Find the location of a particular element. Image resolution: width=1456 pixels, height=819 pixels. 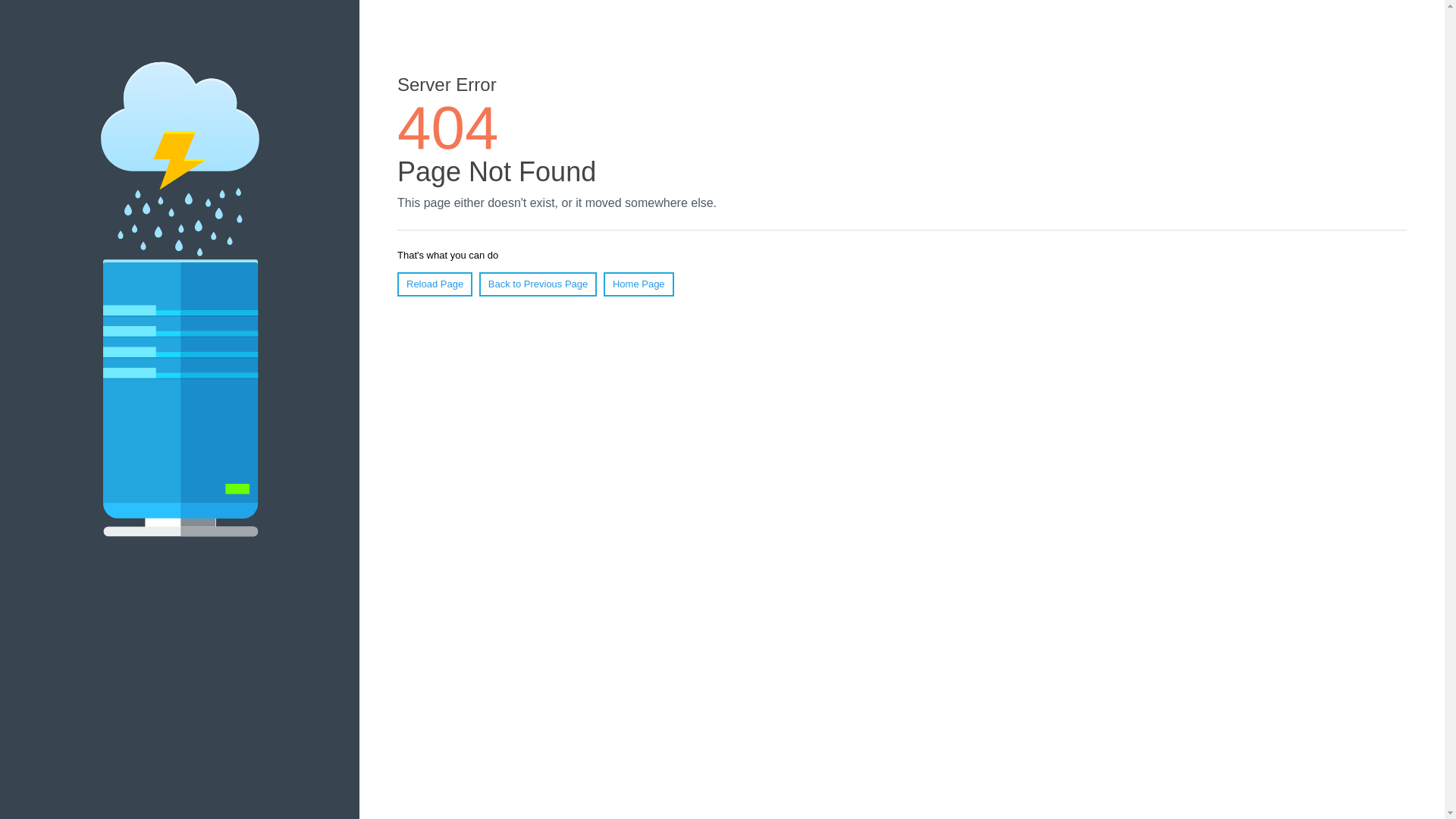

'Home Page' is located at coordinates (639, 284).